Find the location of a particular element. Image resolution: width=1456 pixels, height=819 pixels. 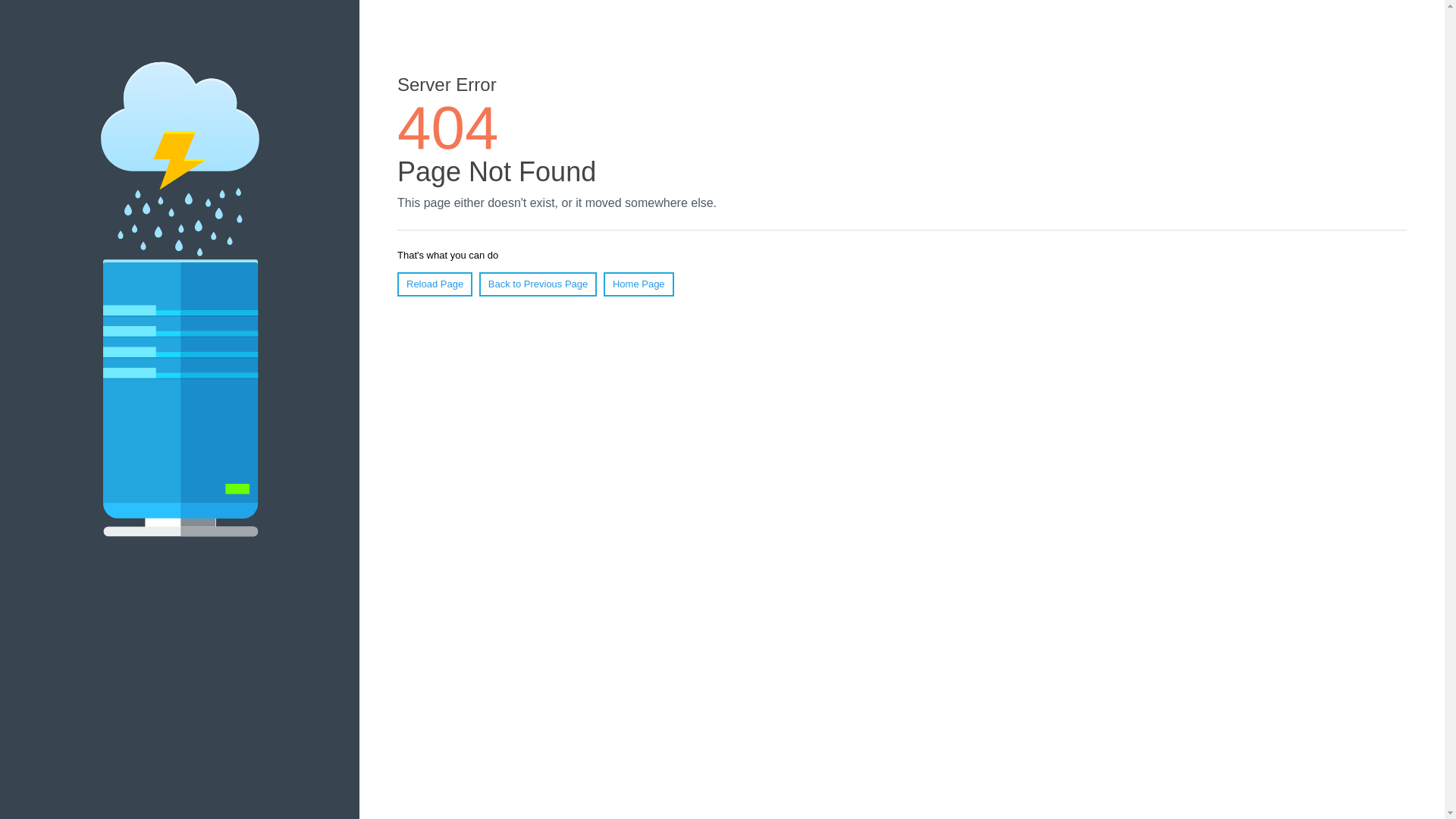

'Home Page' is located at coordinates (639, 284).